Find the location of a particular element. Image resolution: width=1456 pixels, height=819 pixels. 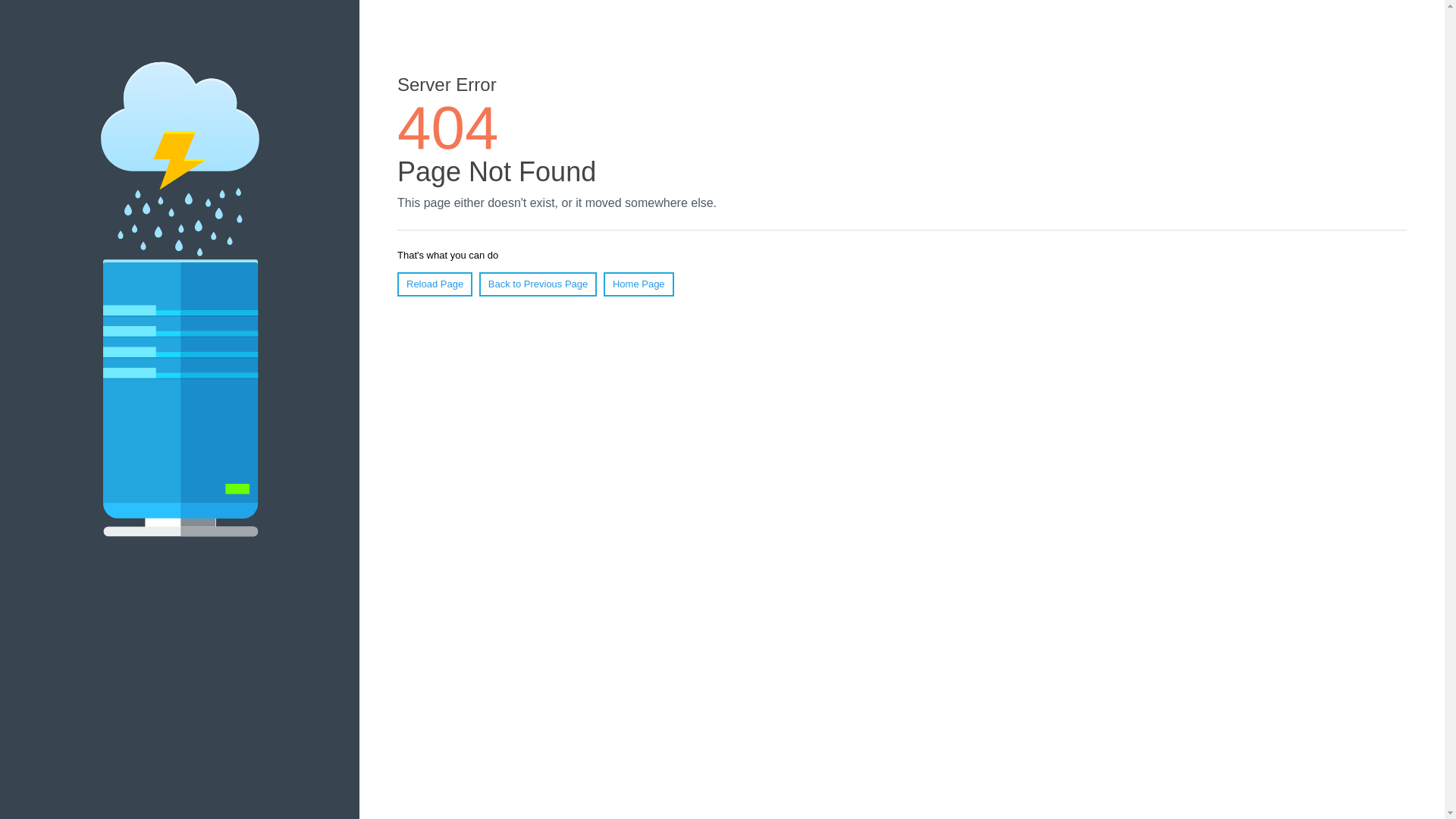

'Home Page' is located at coordinates (639, 284).